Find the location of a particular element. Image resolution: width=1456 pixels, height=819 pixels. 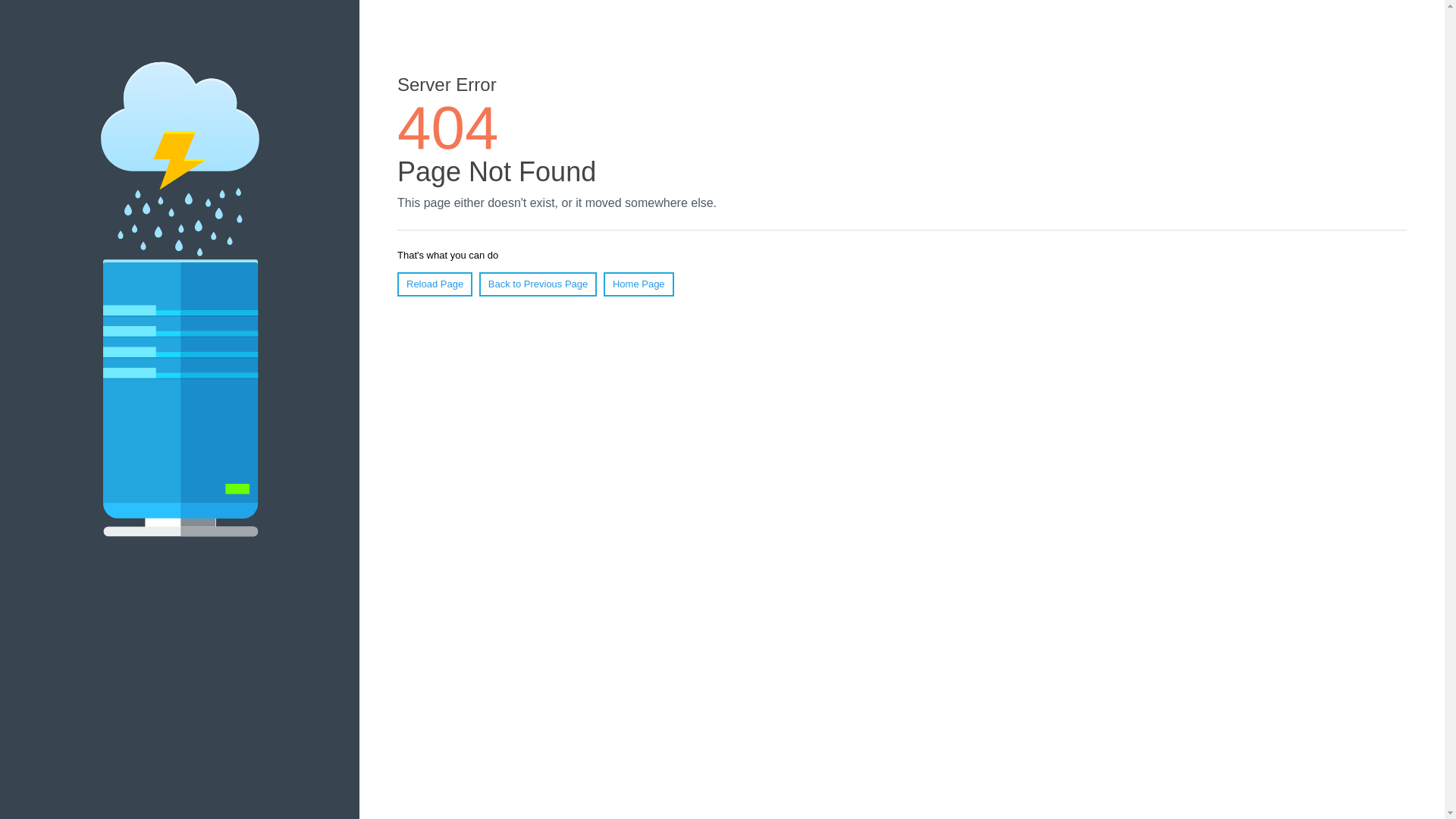

'Home Page' is located at coordinates (639, 284).